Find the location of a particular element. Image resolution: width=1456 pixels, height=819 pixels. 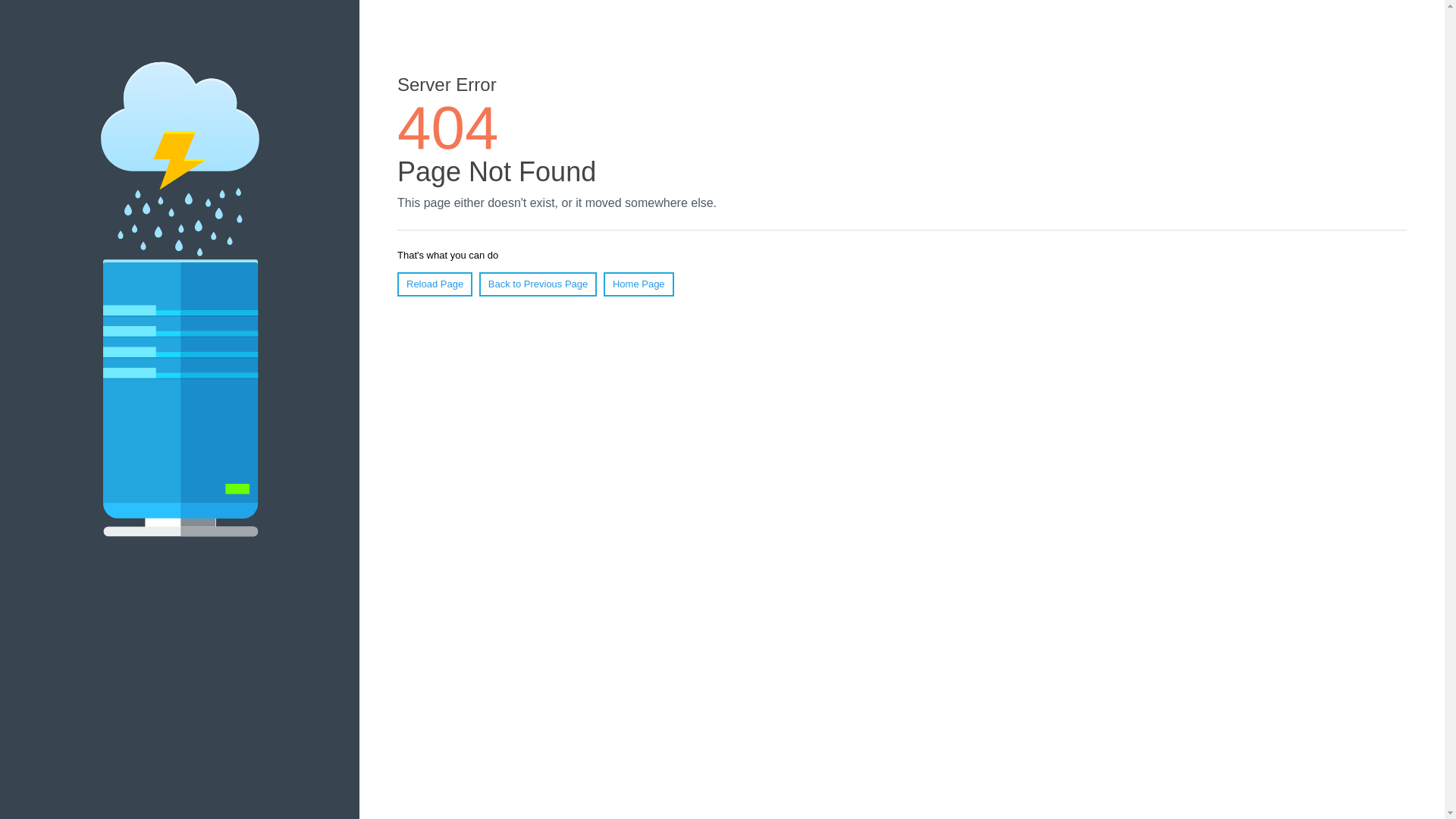

'Home Page' is located at coordinates (639, 284).